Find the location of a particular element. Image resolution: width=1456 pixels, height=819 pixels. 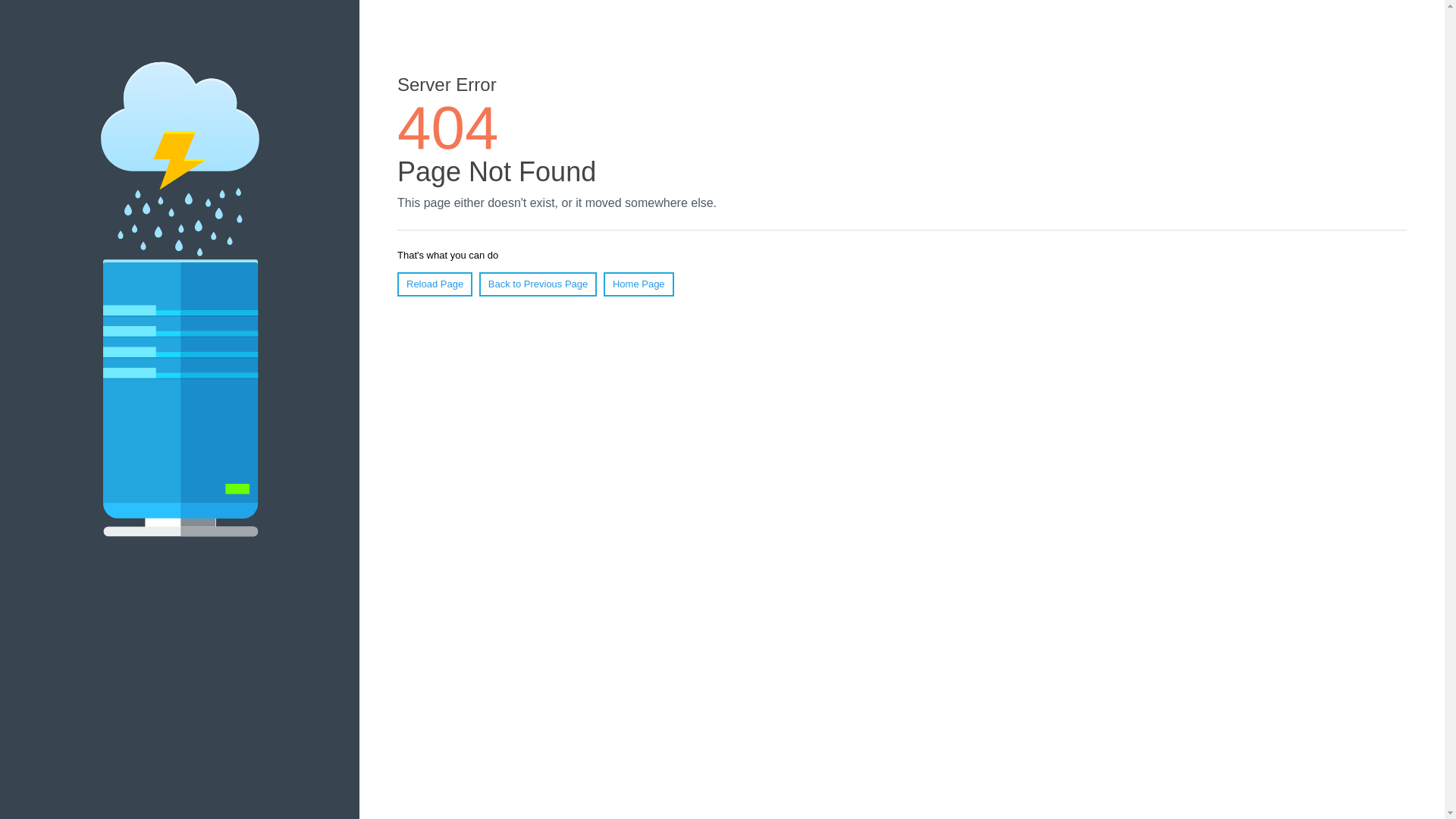

'Home Page' is located at coordinates (639, 284).